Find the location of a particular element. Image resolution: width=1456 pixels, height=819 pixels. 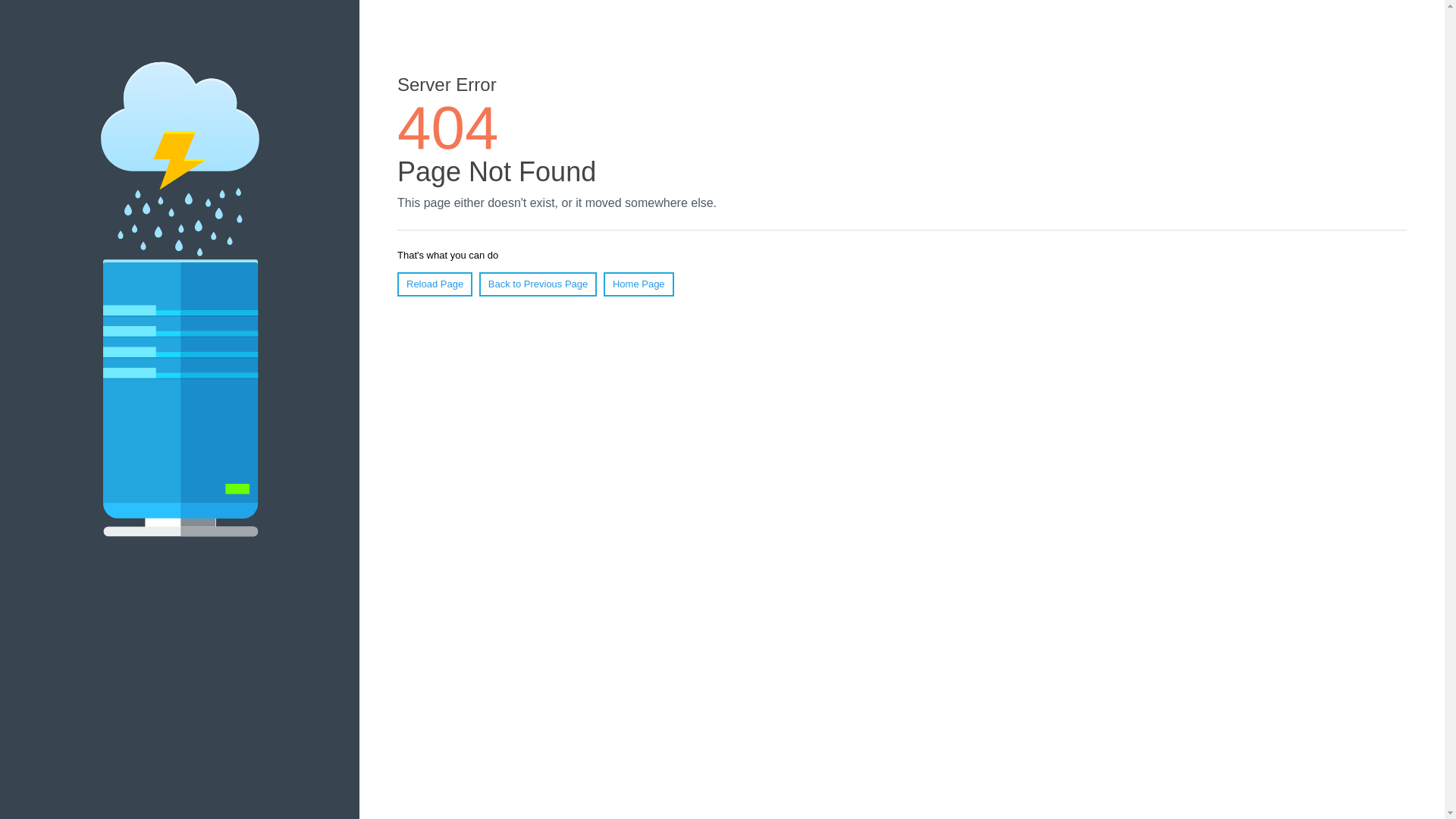

'Home Page' is located at coordinates (639, 284).